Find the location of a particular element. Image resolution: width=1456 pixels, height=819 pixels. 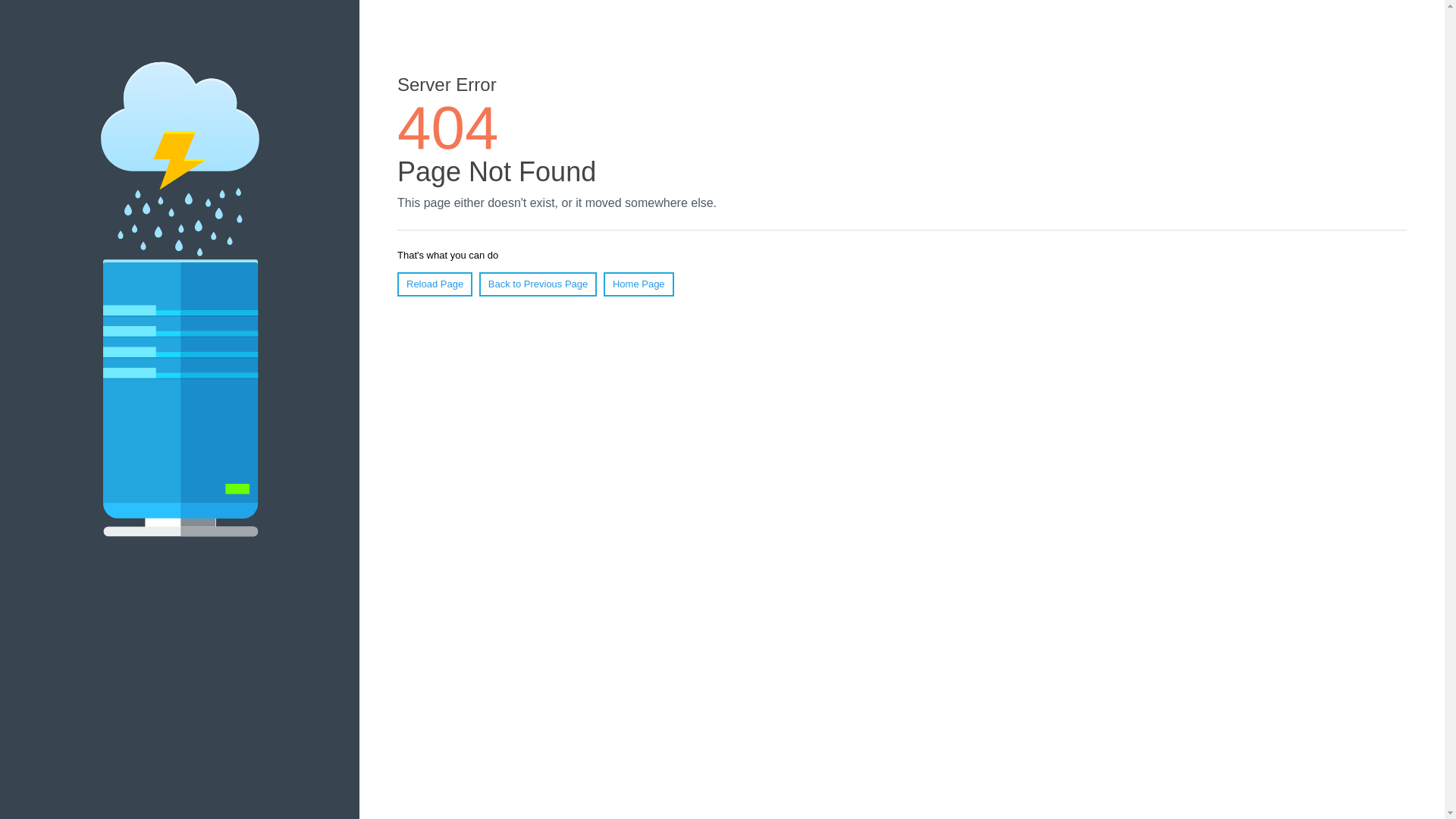

'Home Page' is located at coordinates (639, 284).